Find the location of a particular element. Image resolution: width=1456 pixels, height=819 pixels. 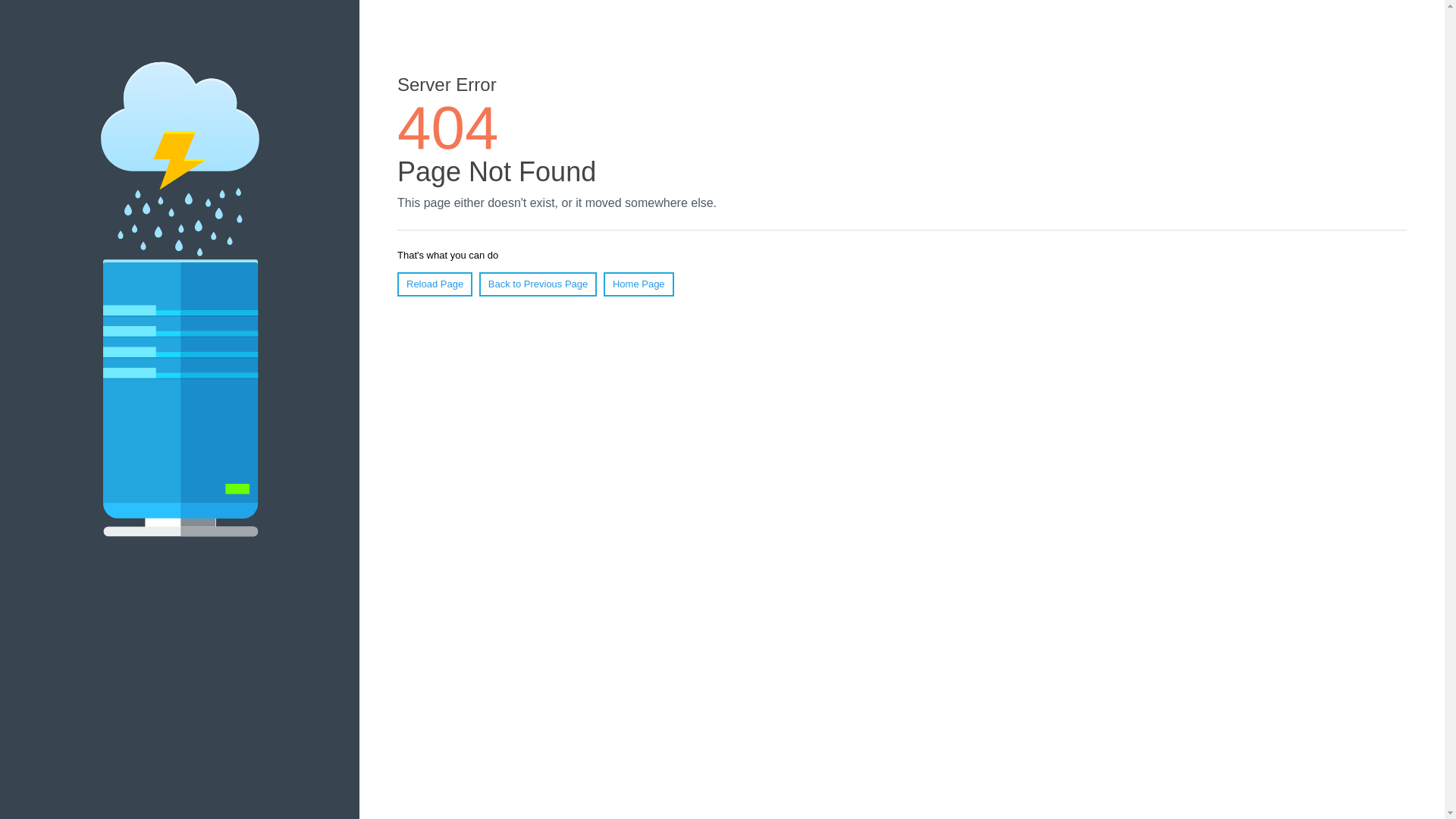

'Home Page' is located at coordinates (639, 284).